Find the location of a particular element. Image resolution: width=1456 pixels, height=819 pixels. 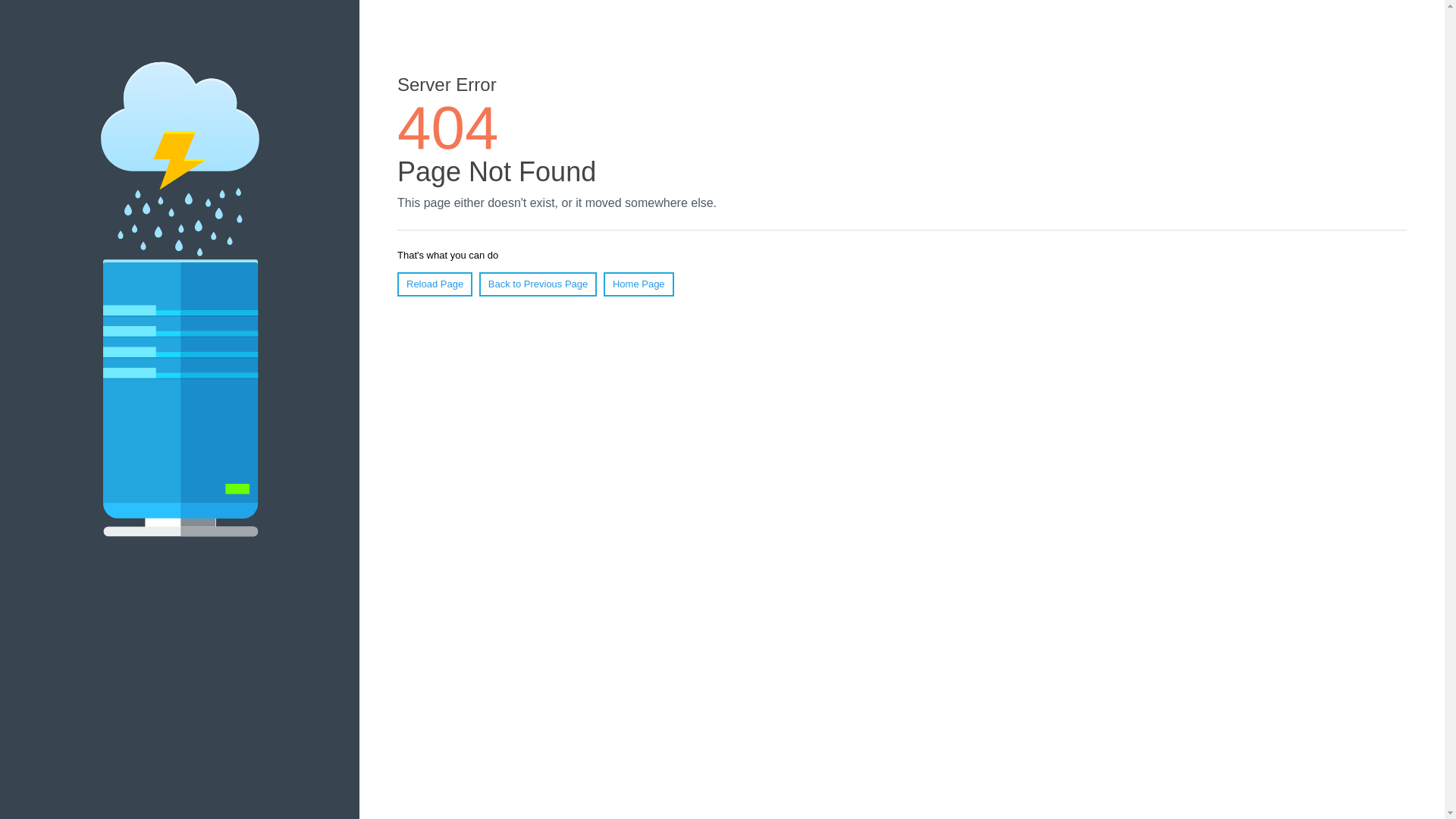

'Home Page' is located at coordinates (639, 284).